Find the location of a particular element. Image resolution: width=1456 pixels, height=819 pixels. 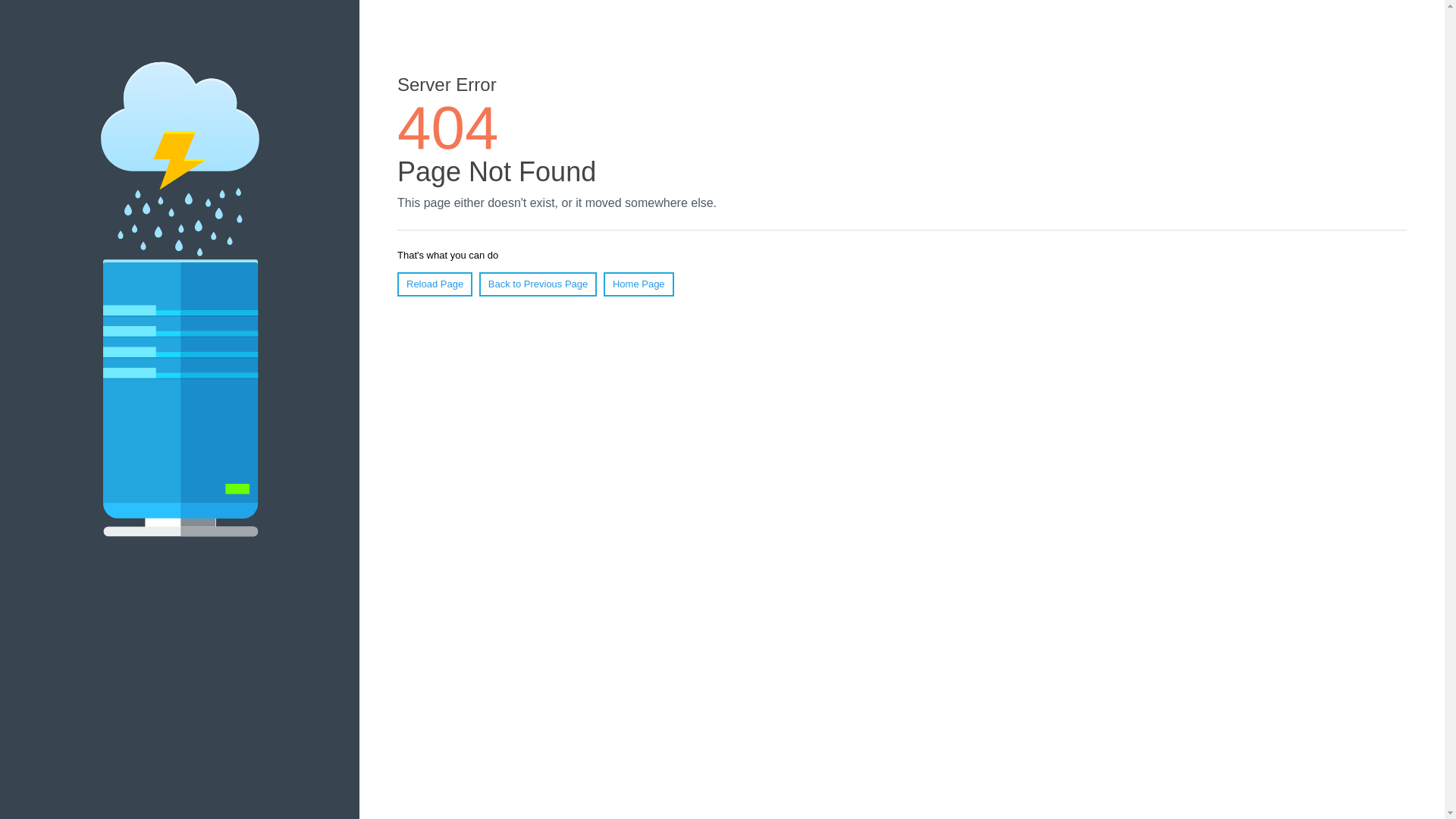

'Home Page' is located at coordinates (639, 284).